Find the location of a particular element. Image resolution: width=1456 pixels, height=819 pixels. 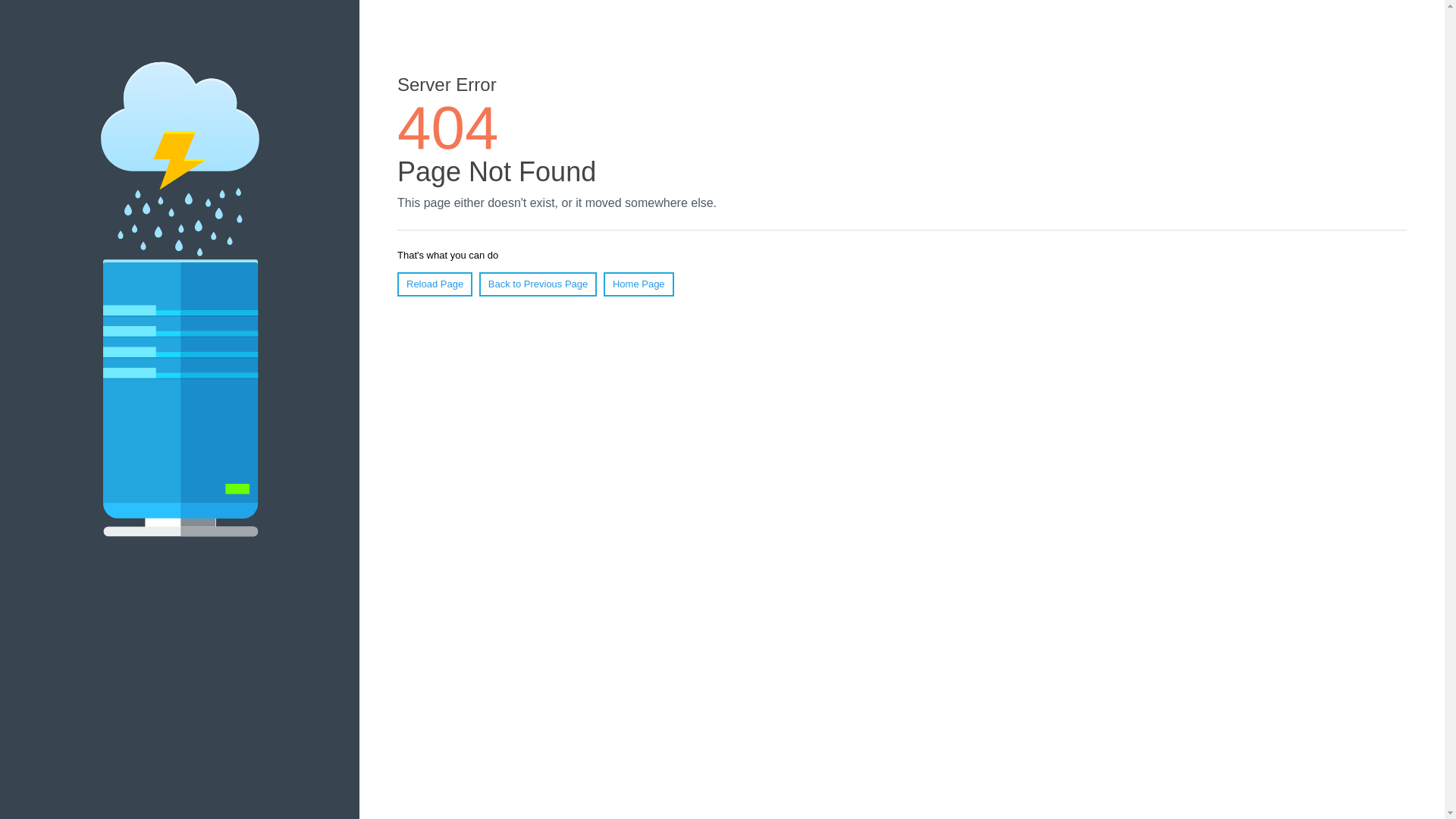

'Home Page' is located at coordinates (639, 284).